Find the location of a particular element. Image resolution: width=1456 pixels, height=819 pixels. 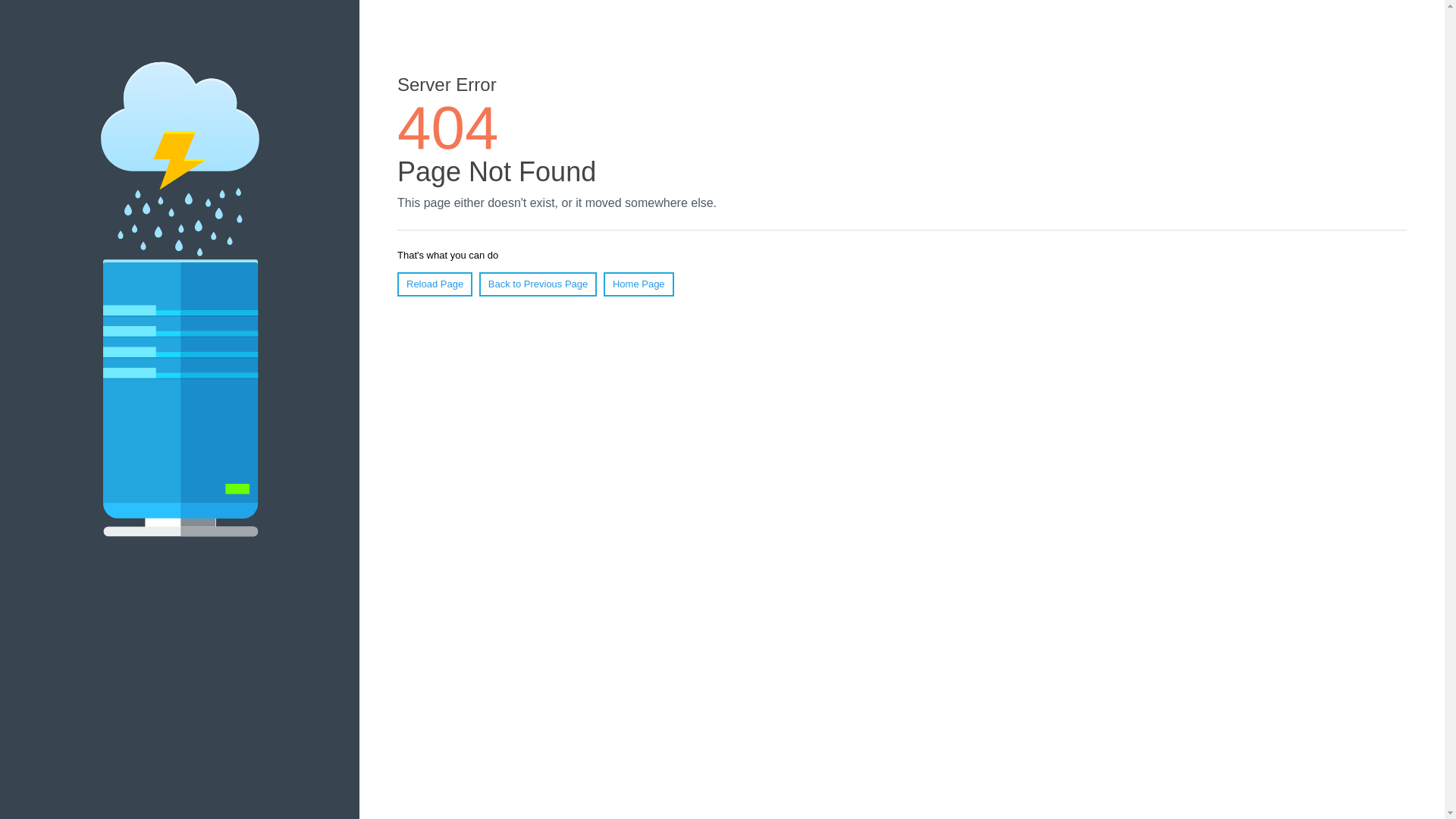

'Home Page' is located at coordinates (639, 284).